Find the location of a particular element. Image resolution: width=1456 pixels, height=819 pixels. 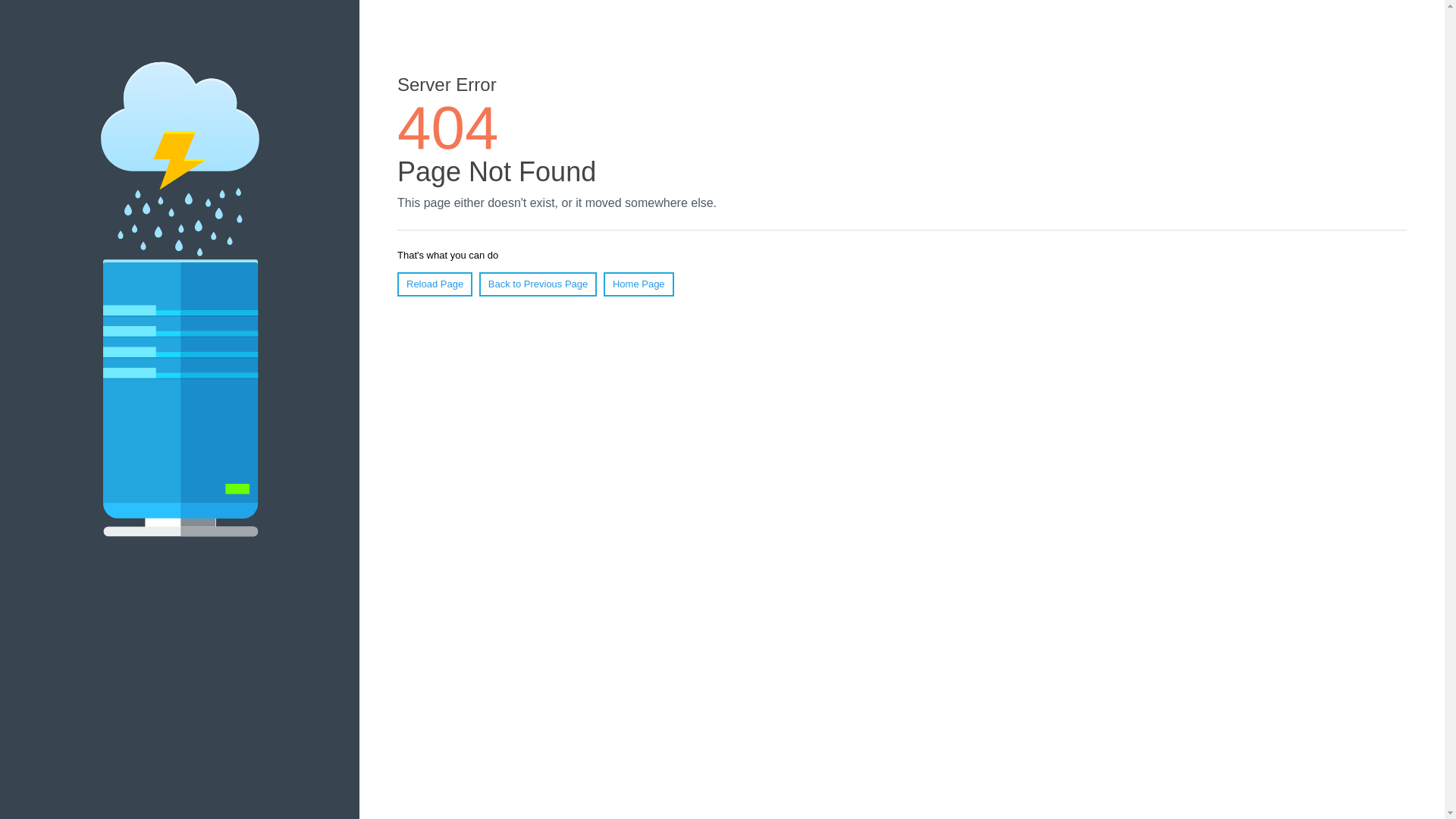

'Home Page' is located at coordinates (639, 284).